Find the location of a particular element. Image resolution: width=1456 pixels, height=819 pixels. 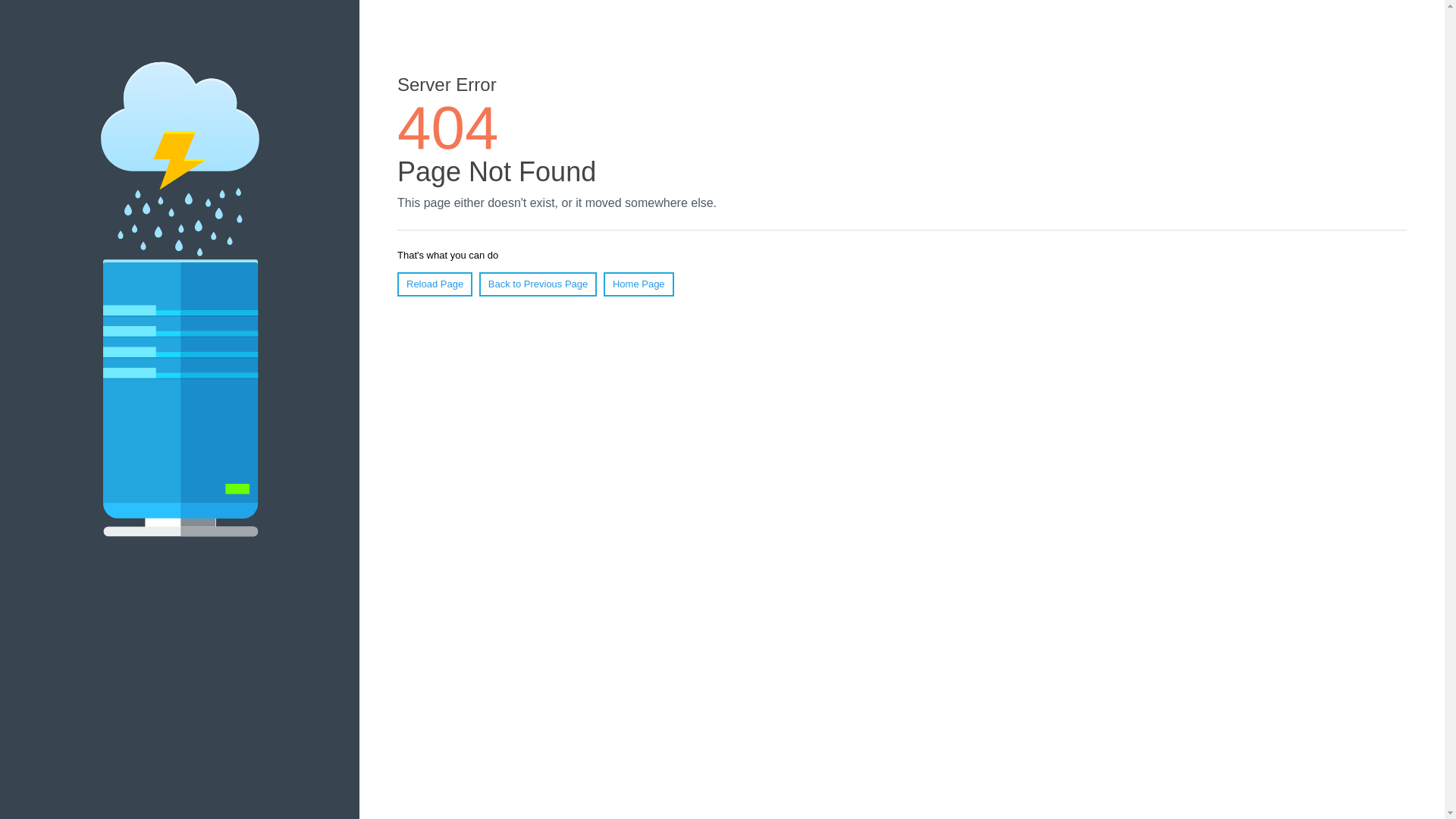

'Home Page' is located at coordinates (639, 284).